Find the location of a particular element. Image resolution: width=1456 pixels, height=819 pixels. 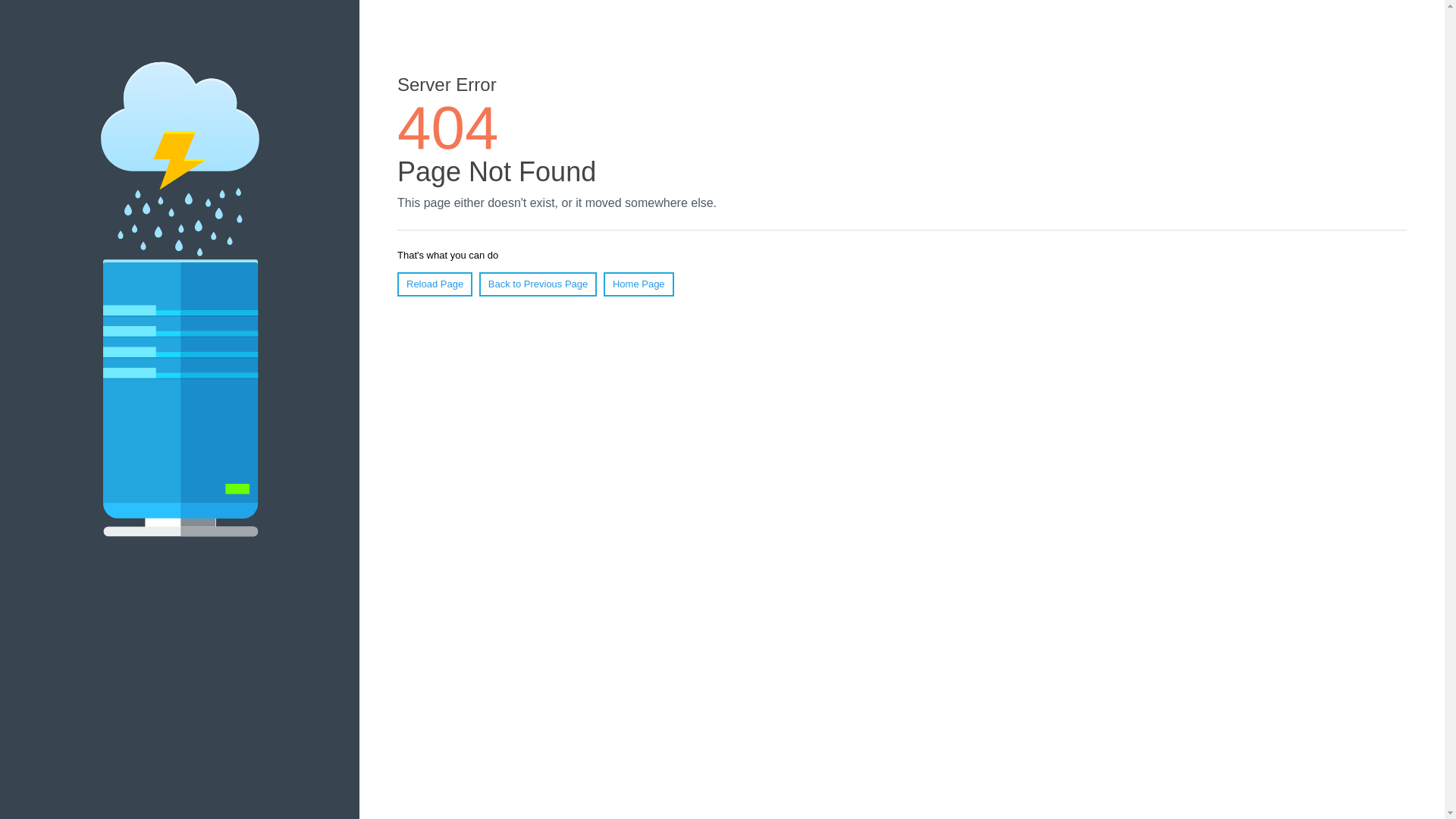

'Home Page' is located at coordinates (639, 284).